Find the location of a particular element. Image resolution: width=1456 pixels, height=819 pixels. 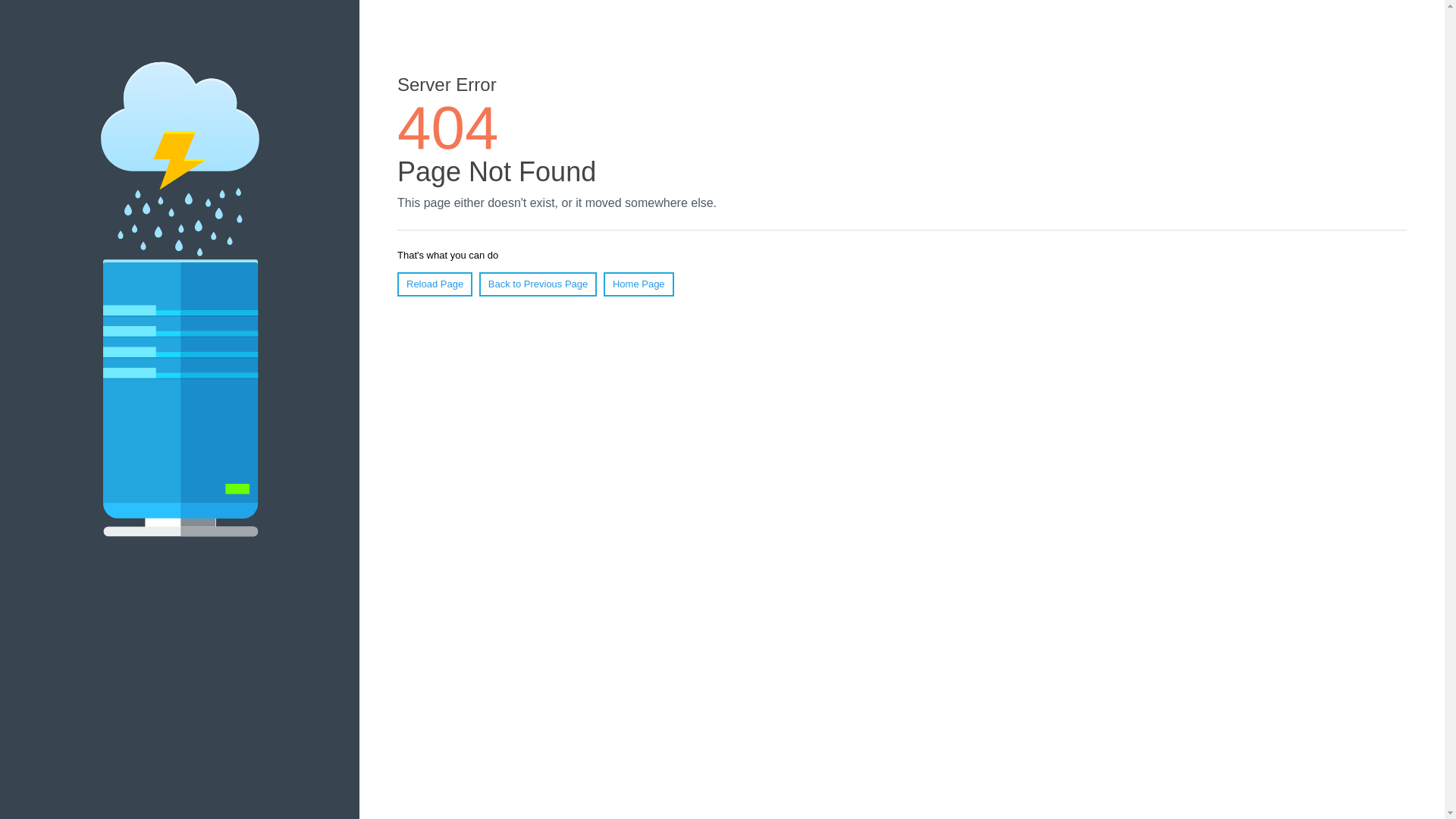

'Home Page' is located at coordinates (639, 284).